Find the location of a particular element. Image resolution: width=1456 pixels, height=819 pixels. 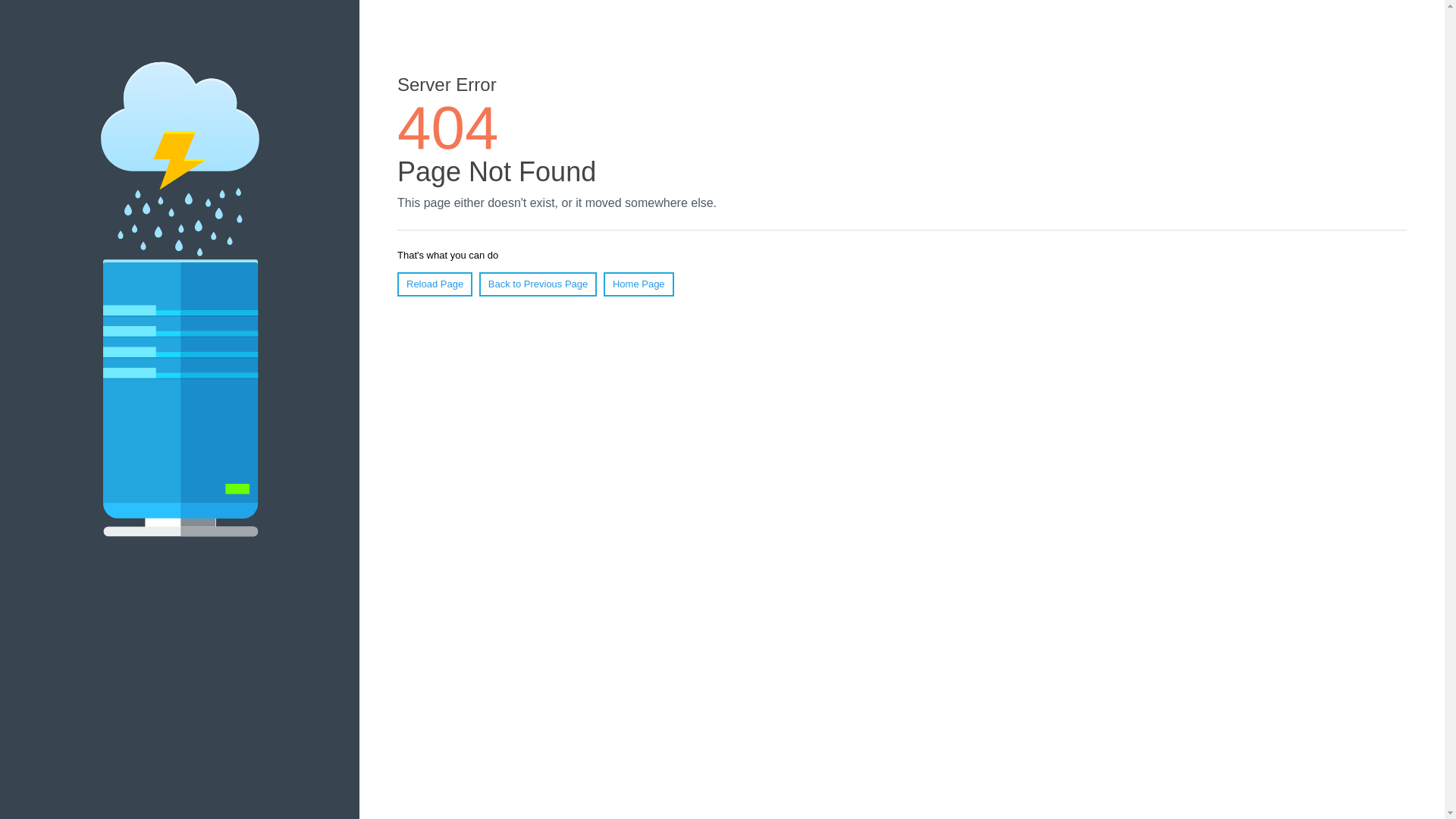

'Home Page' is located at coordinates (639, 284).